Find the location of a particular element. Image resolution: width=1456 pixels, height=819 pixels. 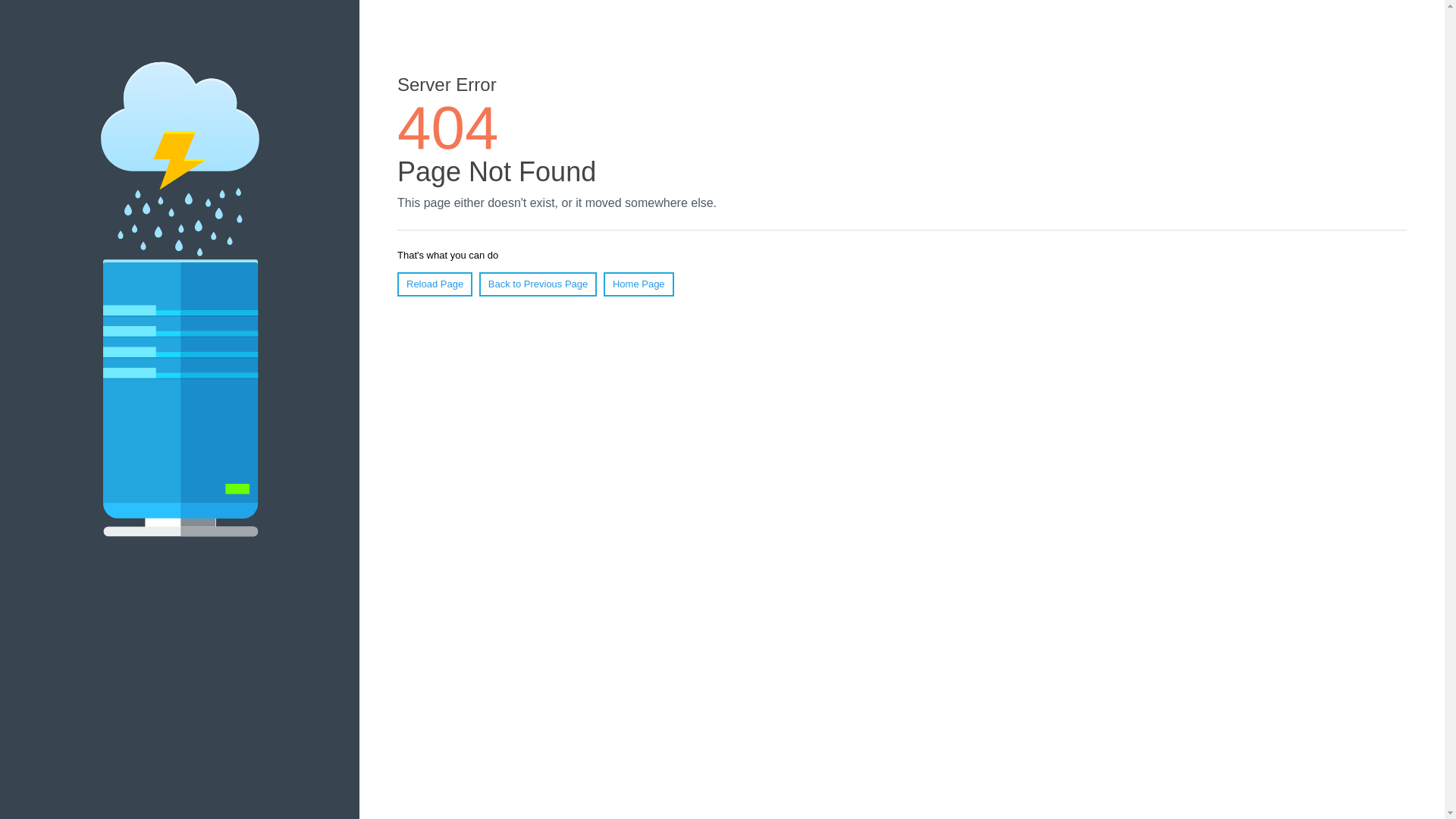

'Home Page' is located at coordinates (639, 284).